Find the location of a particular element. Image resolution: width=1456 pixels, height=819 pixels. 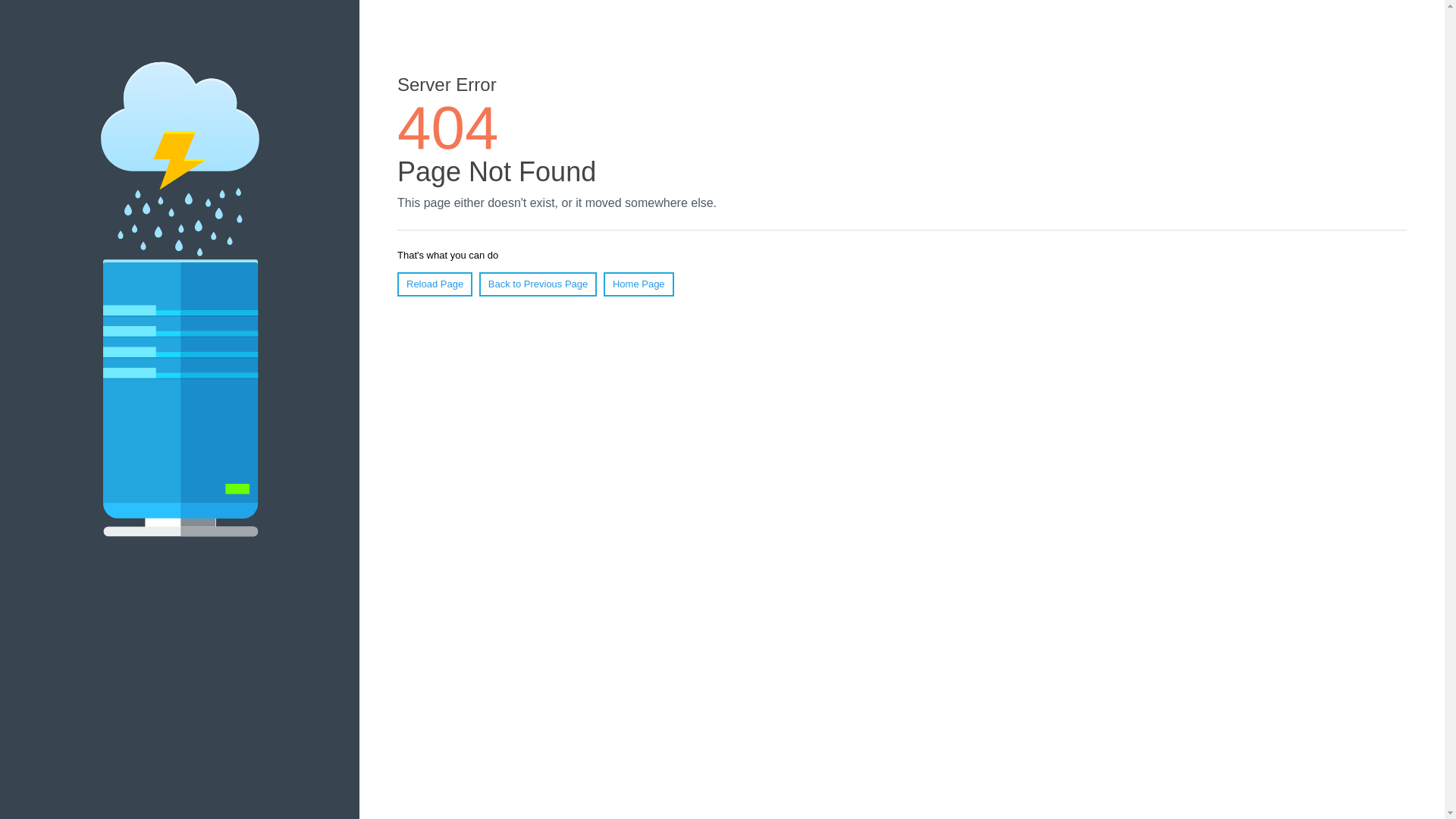

'Home Page' is located at coordinates (639, 284).